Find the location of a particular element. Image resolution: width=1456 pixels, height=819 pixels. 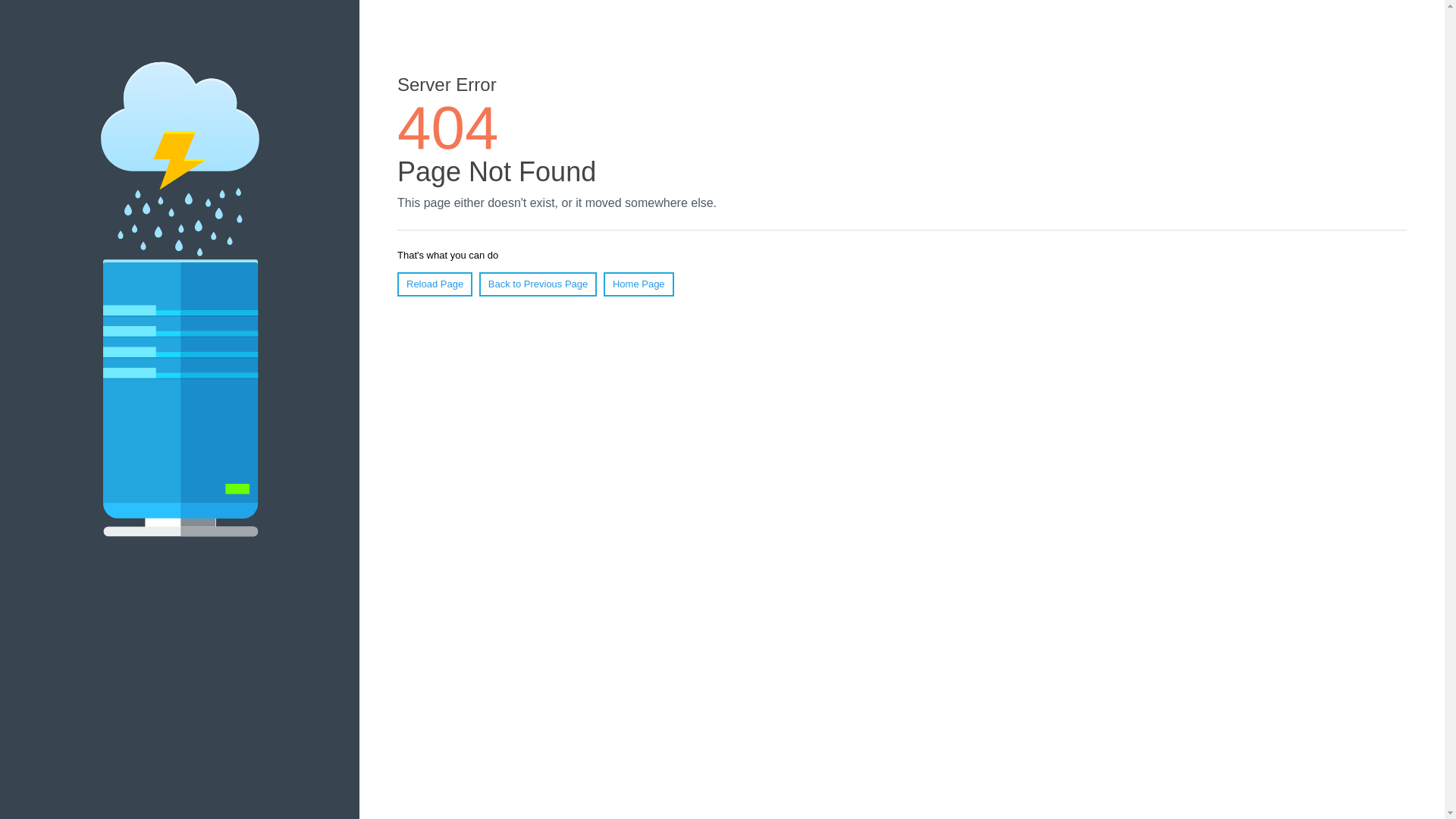

'Home Page' is located at coordinates (639, 284).